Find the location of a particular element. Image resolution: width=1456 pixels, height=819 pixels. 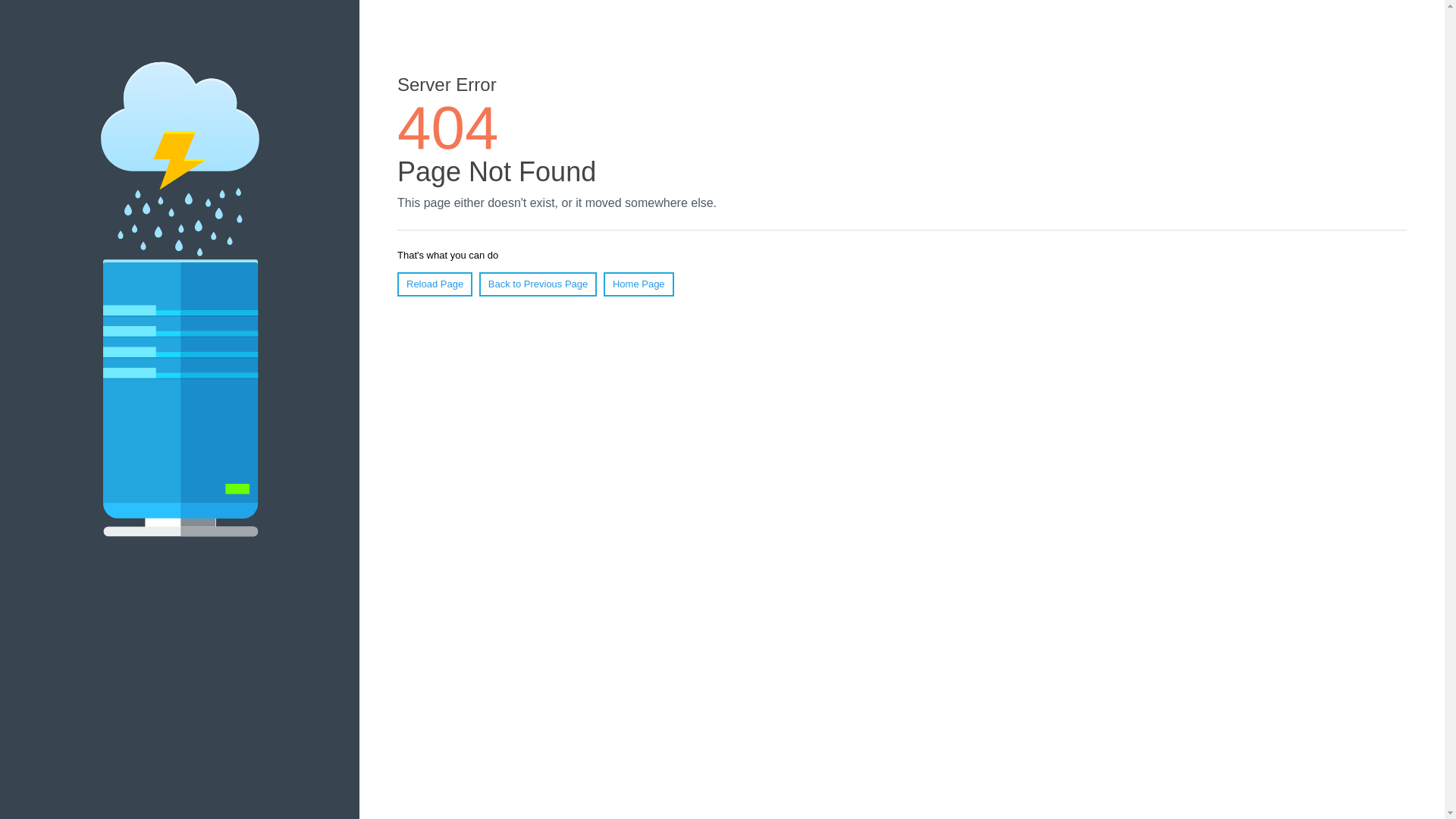

'Home Page' is located at coordinates (639, 284).